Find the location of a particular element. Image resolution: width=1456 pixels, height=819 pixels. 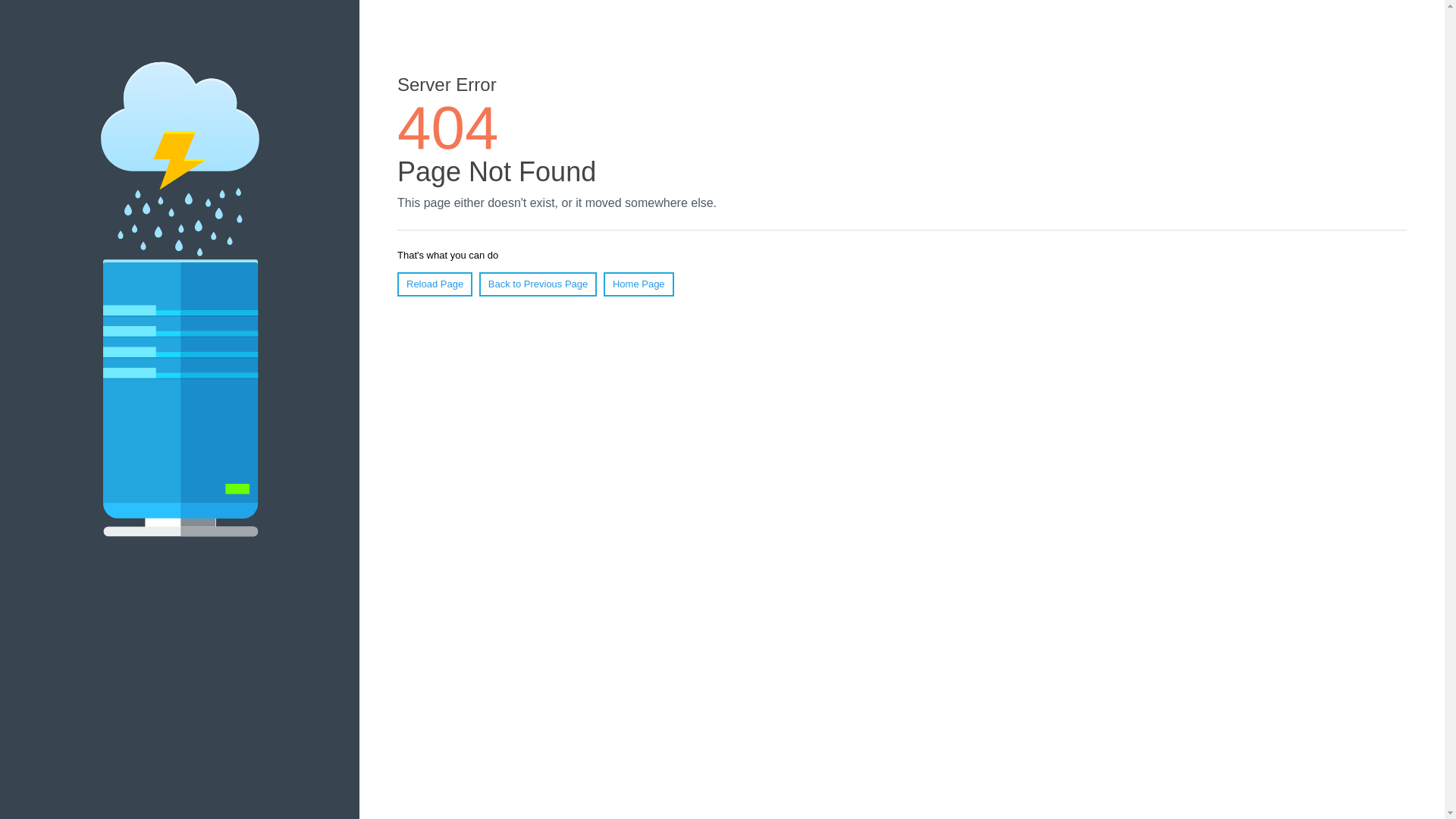

'Home Page' is located at coordinates (639, 284).